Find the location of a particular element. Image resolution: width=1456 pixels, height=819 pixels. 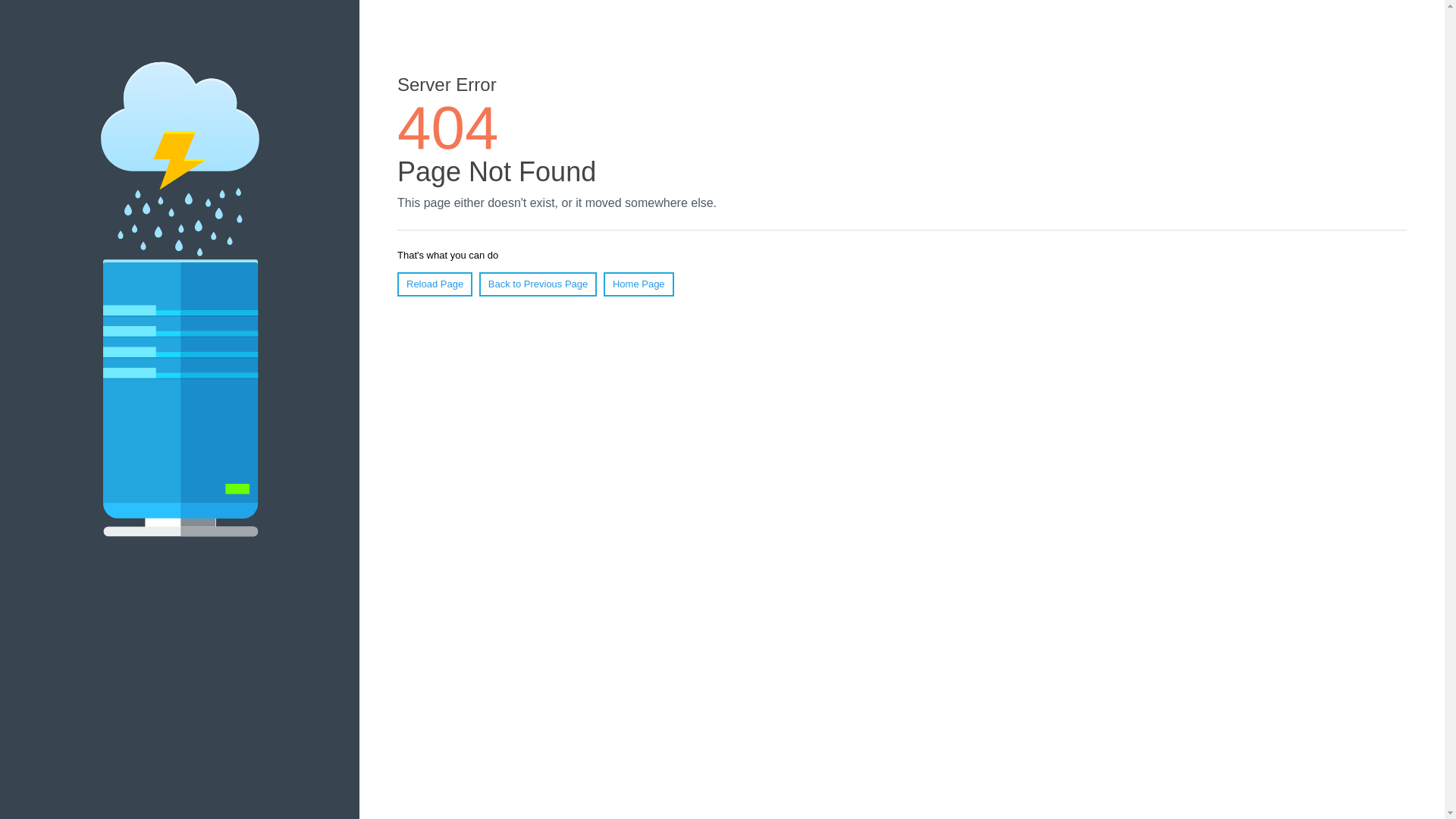

'Home Page' is located at coordinates (639, 284).